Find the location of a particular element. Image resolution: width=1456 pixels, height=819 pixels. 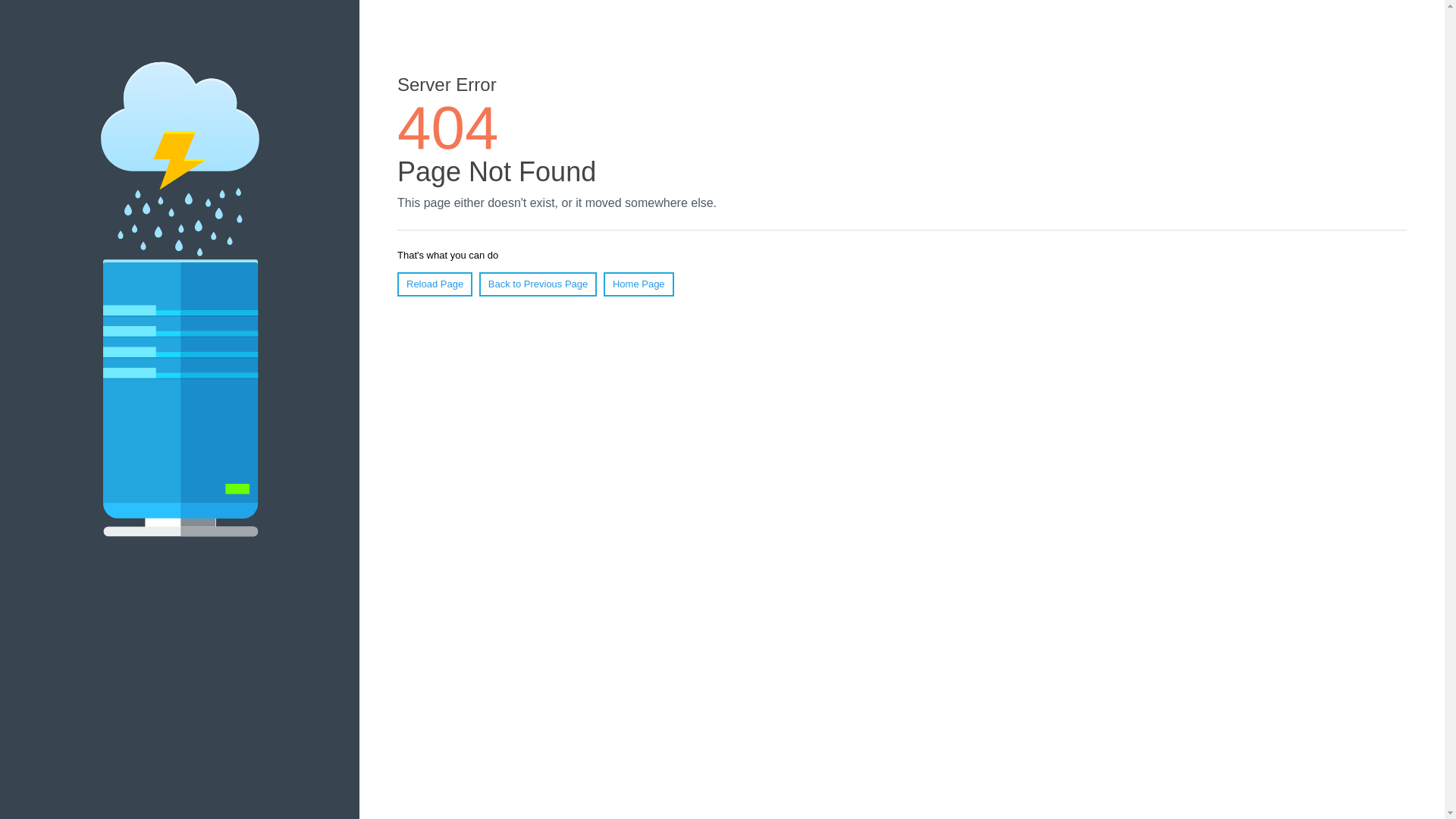

'Home Page' is located at coordinates (639, 284).